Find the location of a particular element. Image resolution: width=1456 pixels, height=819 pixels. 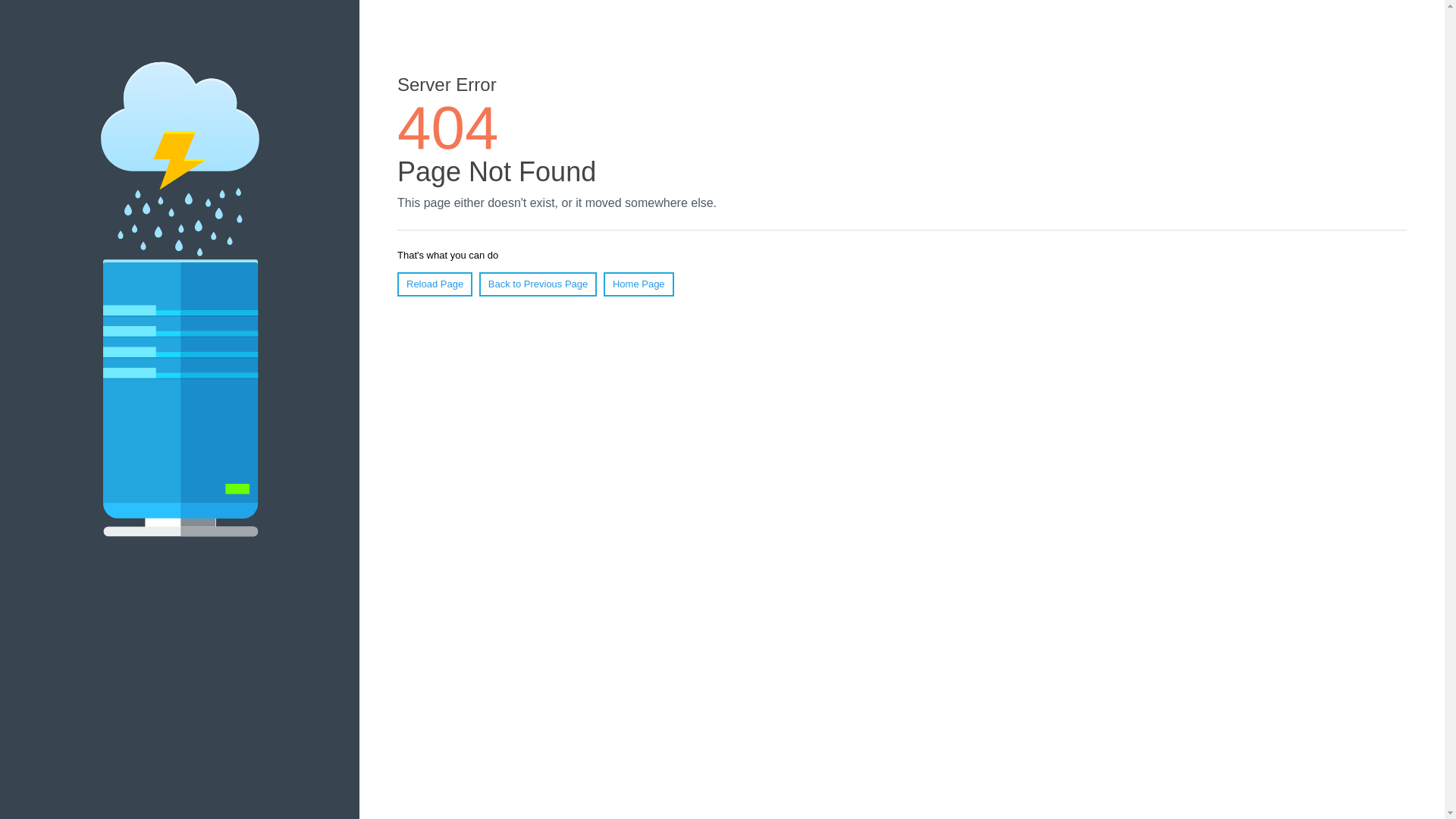

'Home Page' is located at coordinates (639, 284).